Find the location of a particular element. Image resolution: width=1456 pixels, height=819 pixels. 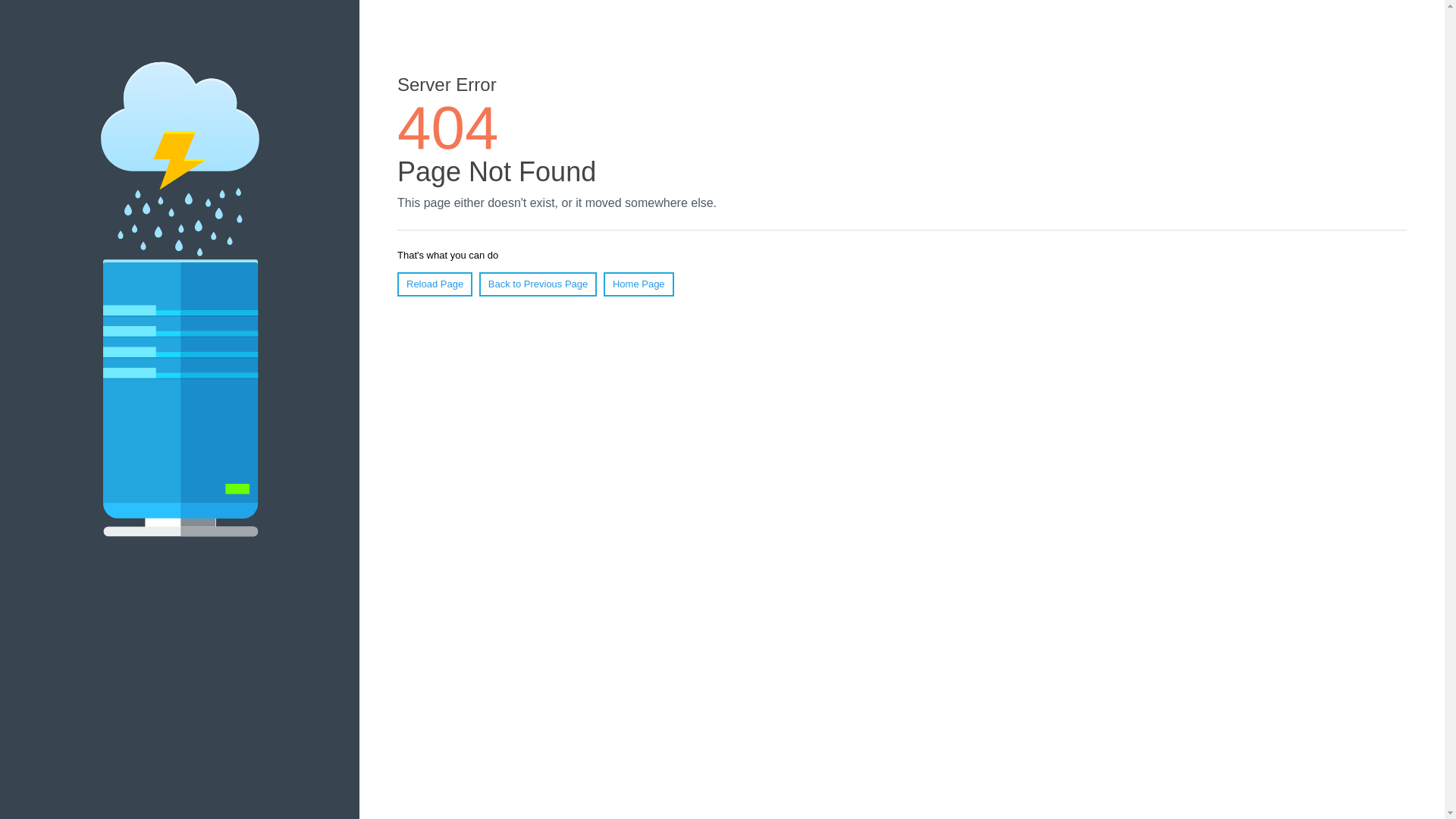

'Home Page' is located at coordinates (639, 284).